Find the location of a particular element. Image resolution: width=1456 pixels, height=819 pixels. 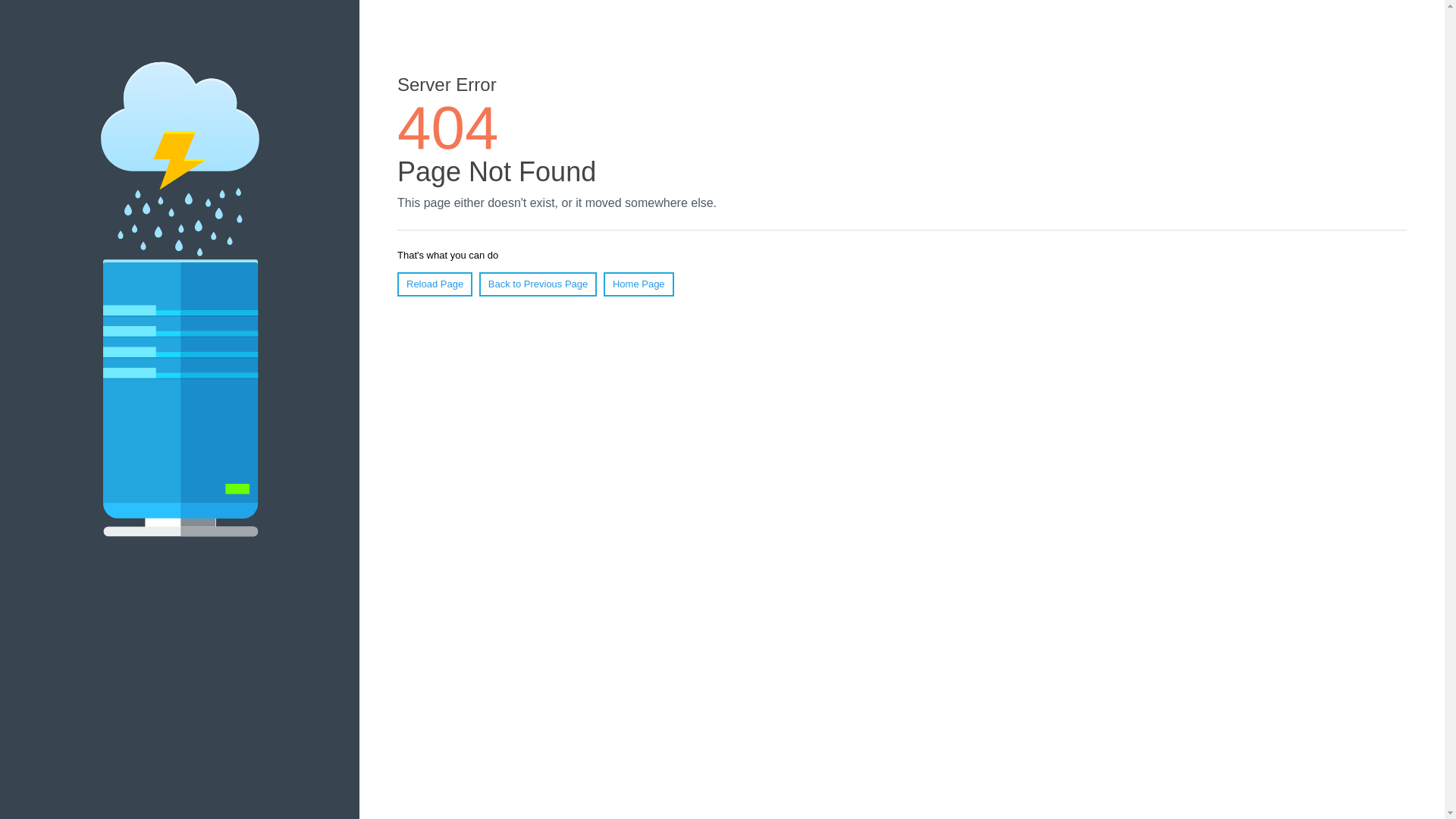

'Home Page' is located at coordinates (639, 284).